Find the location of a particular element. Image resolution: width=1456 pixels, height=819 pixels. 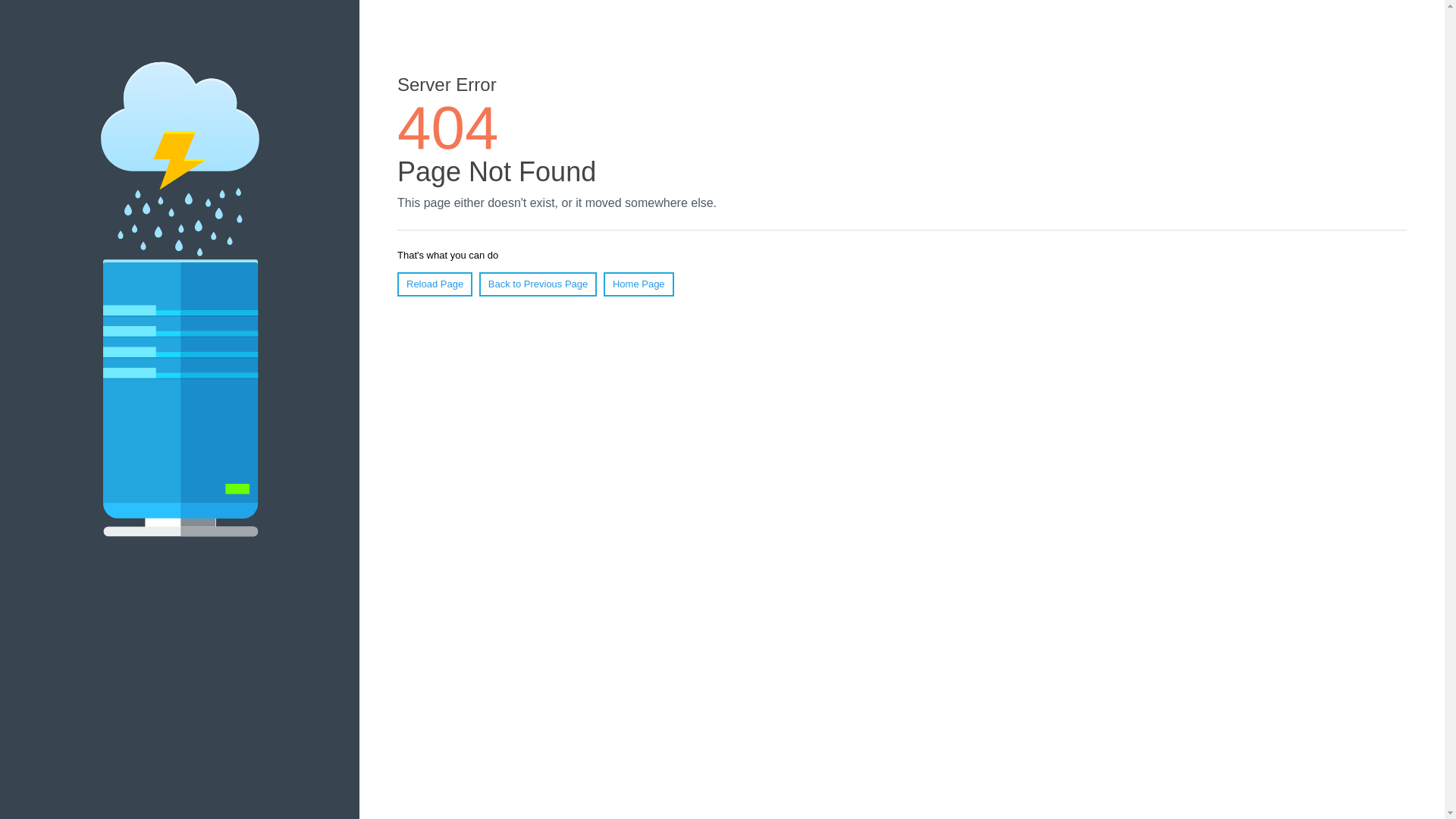

'Home Page' is located at coordinates (639, 284).